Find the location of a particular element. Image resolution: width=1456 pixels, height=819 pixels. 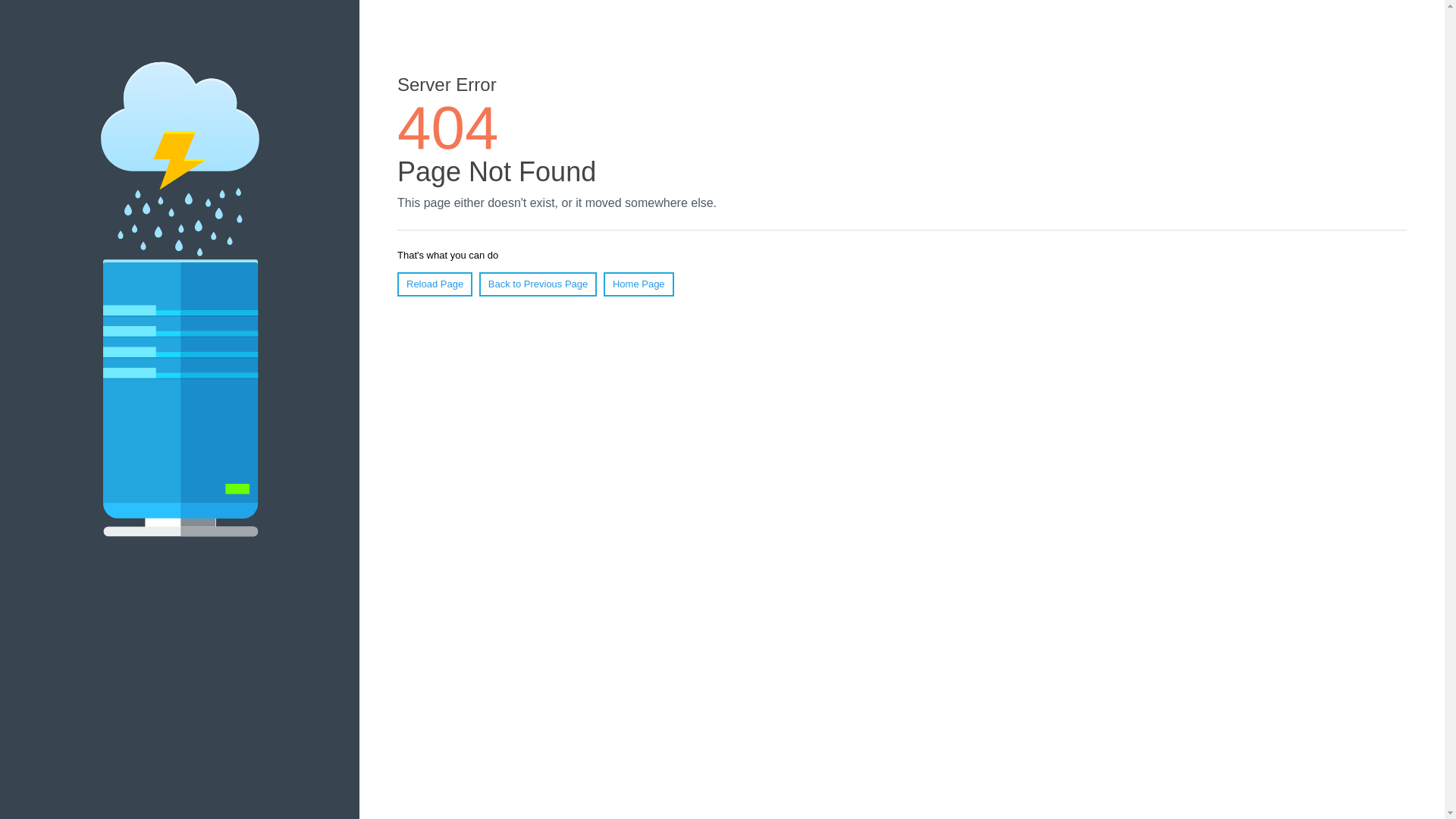

'Home Page' is located at coordinates (639, 284).